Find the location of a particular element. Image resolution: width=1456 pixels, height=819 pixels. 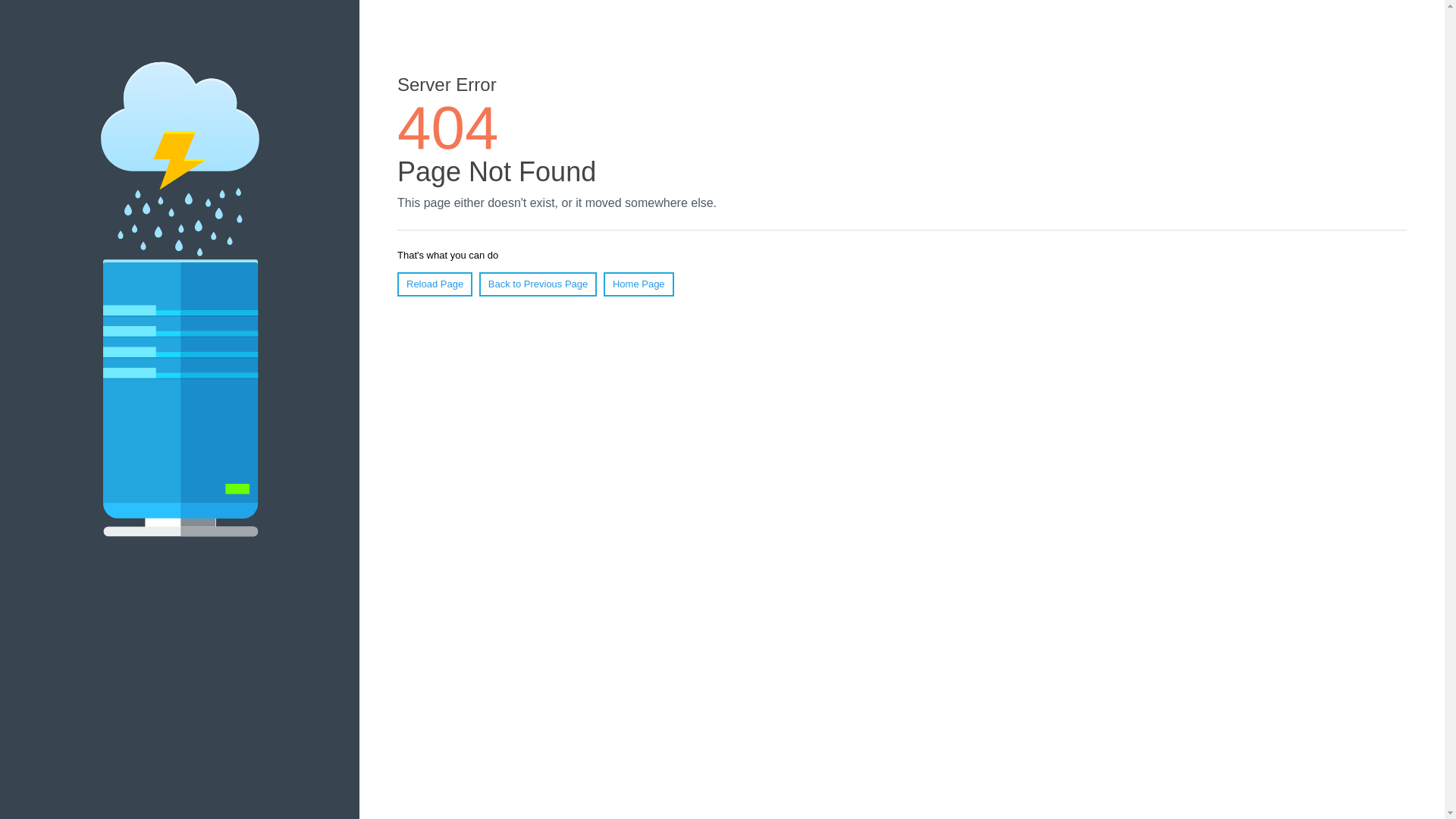

'Home Page' is located at coordinates (639, 284).